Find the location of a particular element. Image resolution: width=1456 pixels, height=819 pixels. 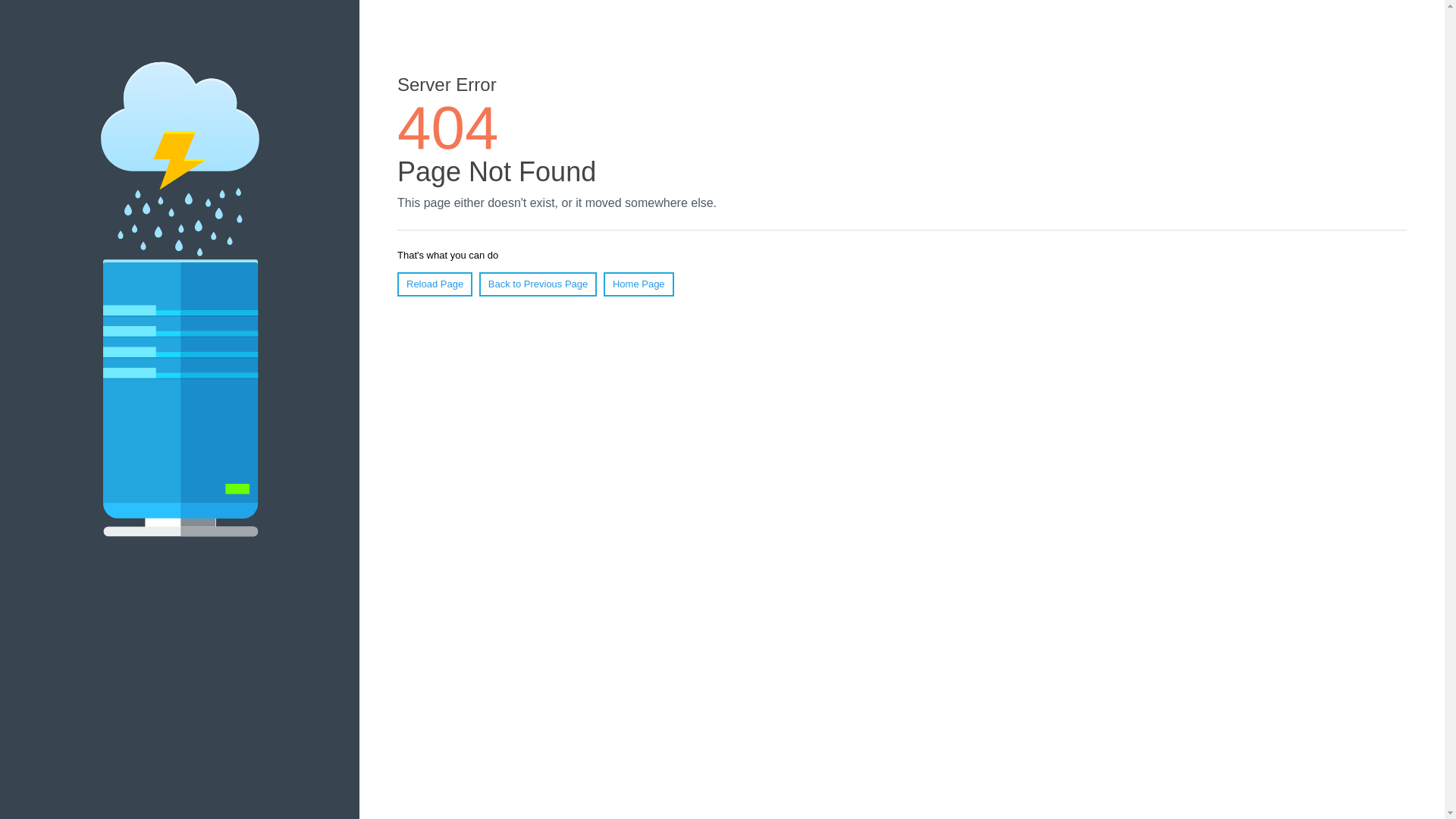

'Home Page' is located at coordinates (639, 284).